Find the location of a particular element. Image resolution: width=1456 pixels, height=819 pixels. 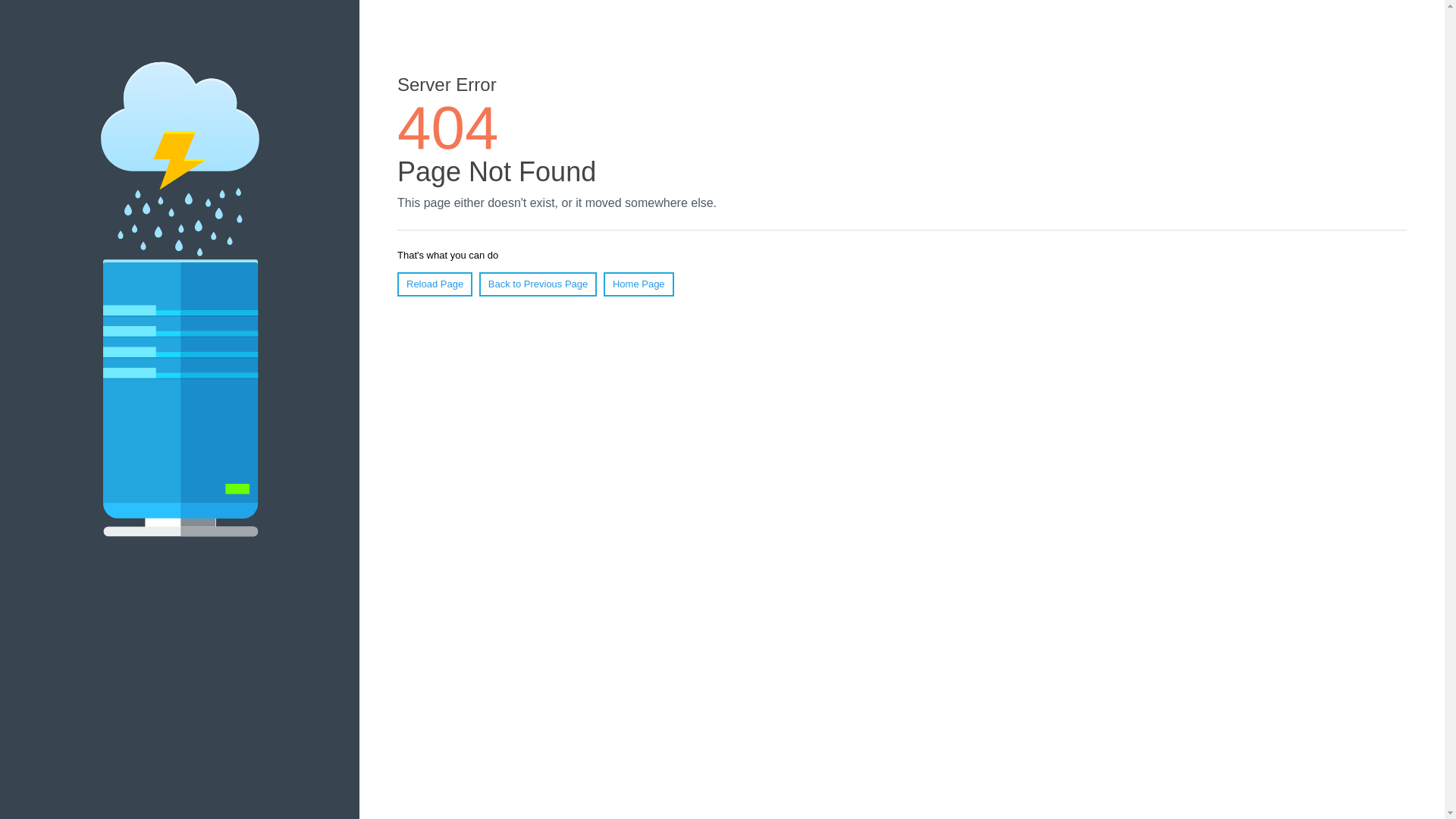

'Home Page' is located at coordinates (639, 284).